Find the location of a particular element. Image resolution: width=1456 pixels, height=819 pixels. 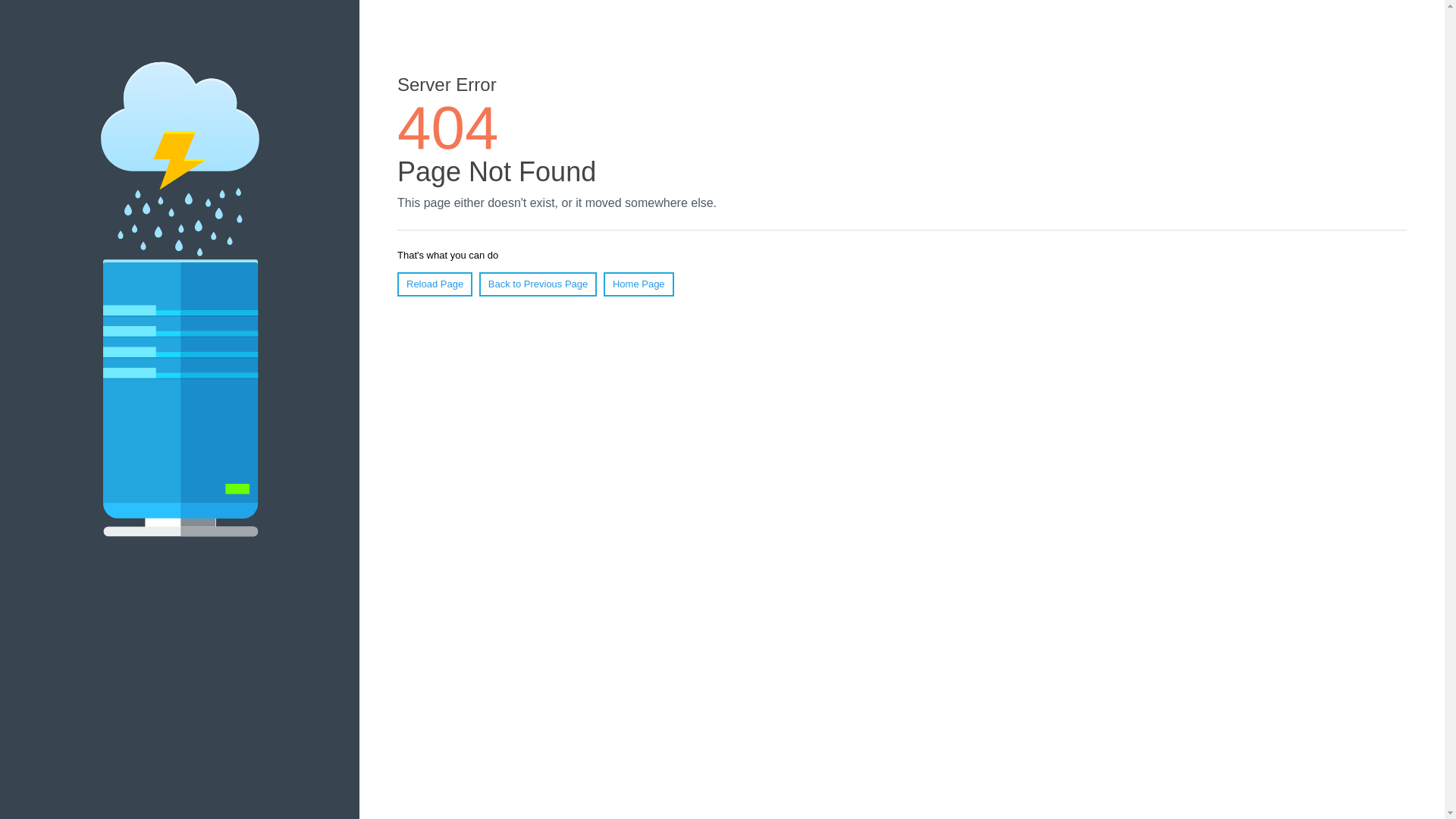

'Home Page' is located at coordinates (639, 284).